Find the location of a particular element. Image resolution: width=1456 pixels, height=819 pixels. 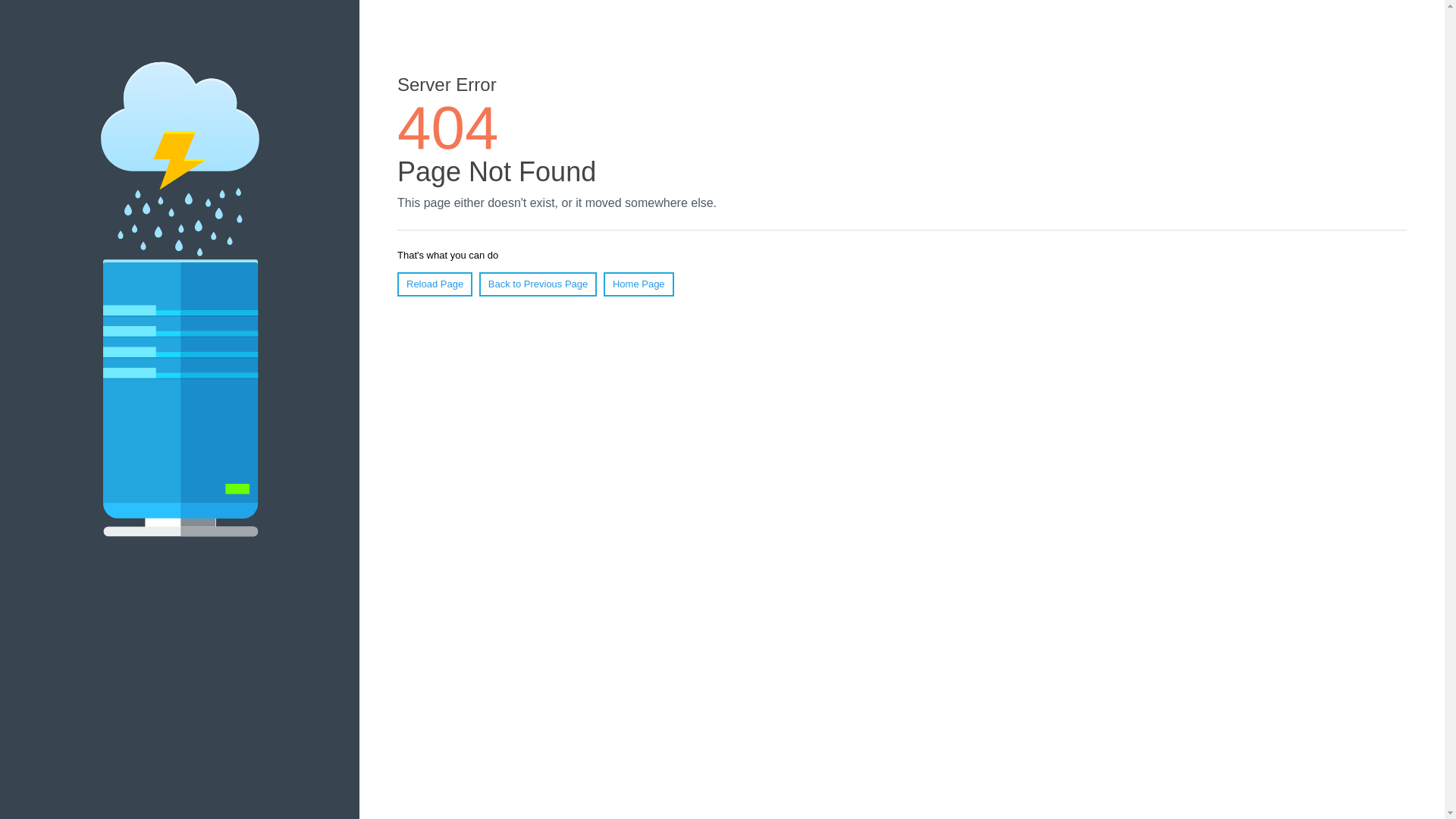

'Home Page' is located at coordinates (639, 284).